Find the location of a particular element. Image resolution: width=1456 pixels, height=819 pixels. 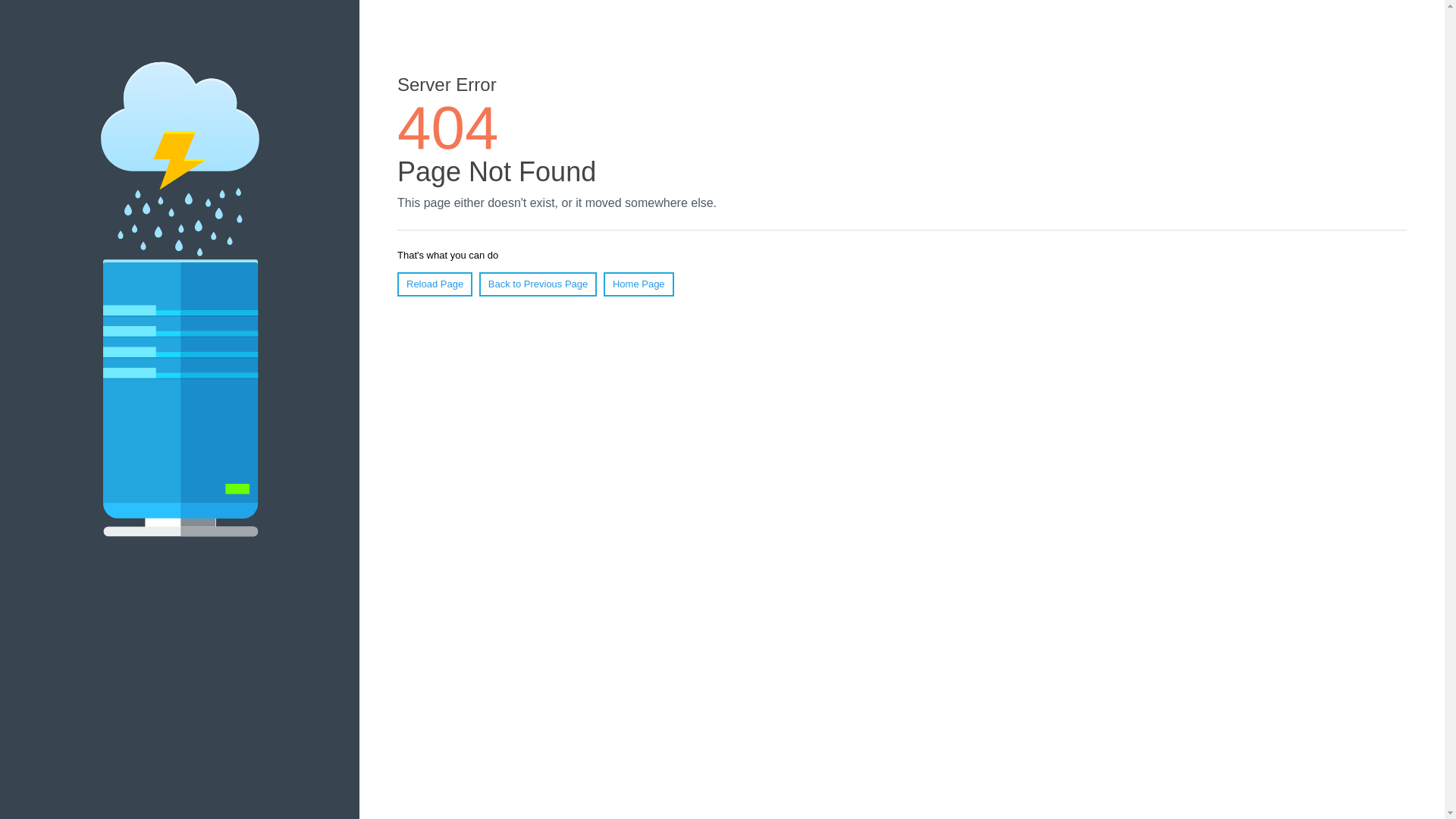

'Home Page' is located at coordinates (639, 284).